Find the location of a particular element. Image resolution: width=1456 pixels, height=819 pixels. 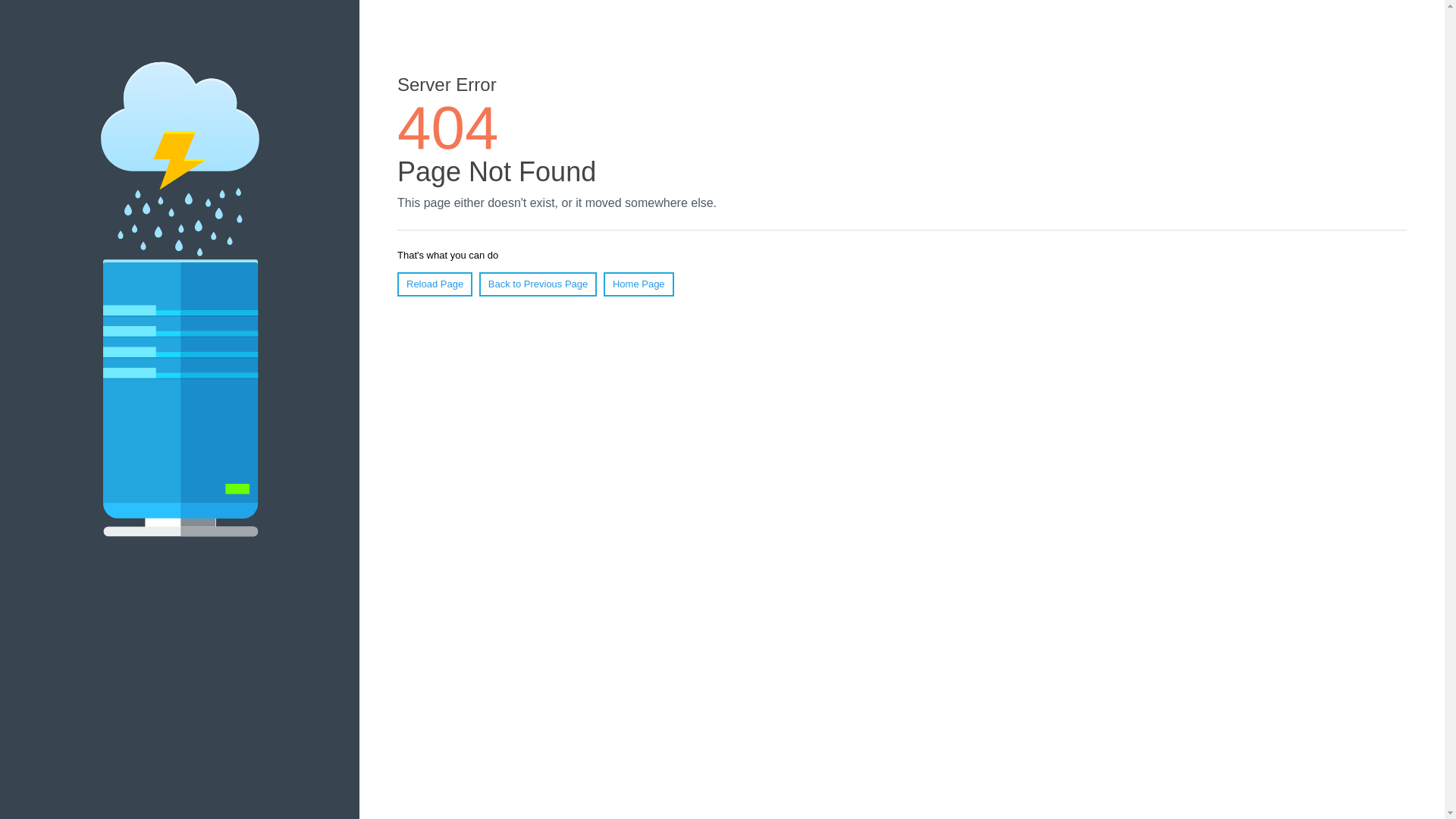

'Home Page' is located at coordinates (639, 284).